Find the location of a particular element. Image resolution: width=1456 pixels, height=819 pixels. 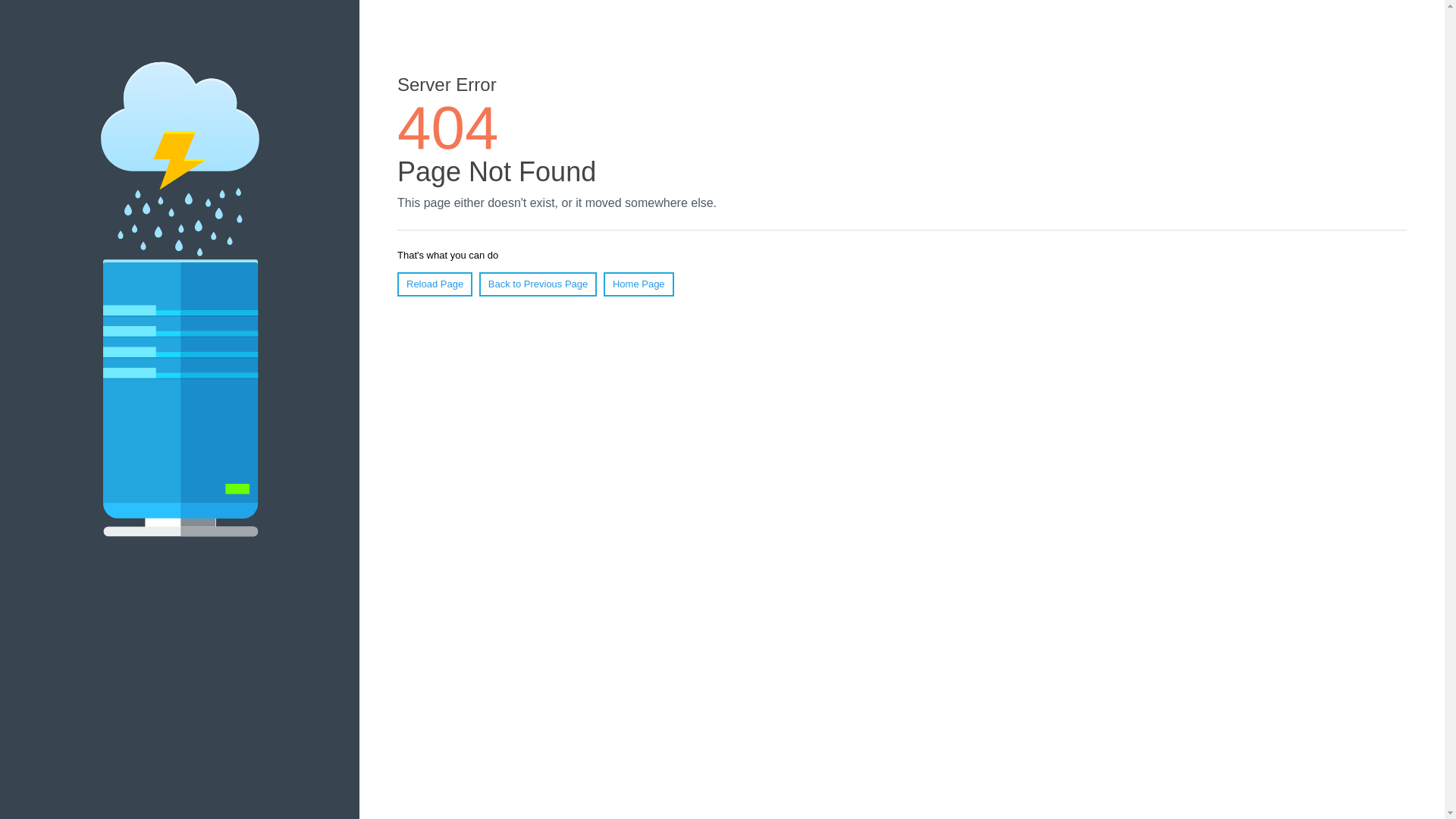

'Home Page' is located at coordinates (639, 284).